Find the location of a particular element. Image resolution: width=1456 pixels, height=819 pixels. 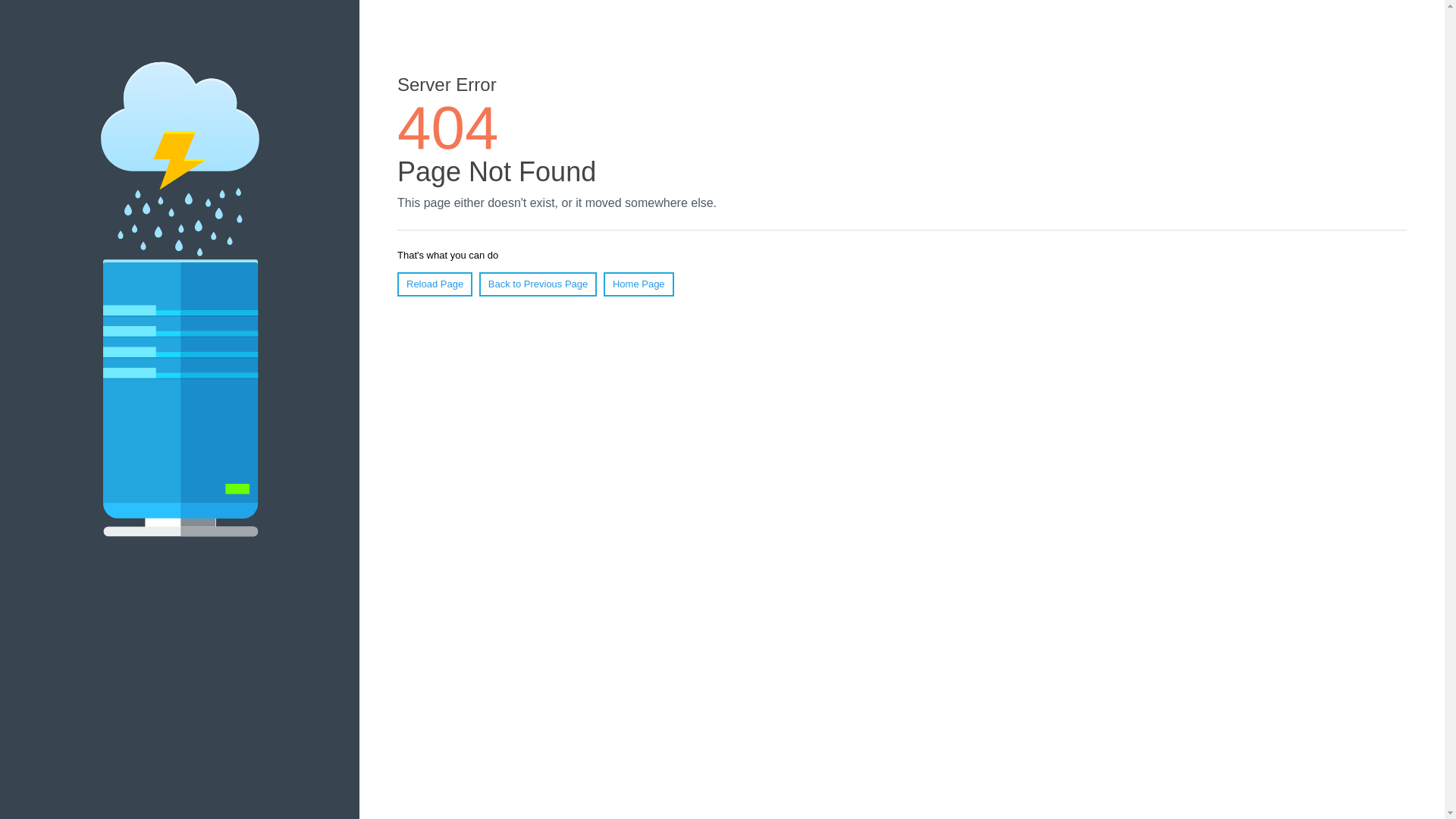

'Home Page' is located at coordinates (639, 284).